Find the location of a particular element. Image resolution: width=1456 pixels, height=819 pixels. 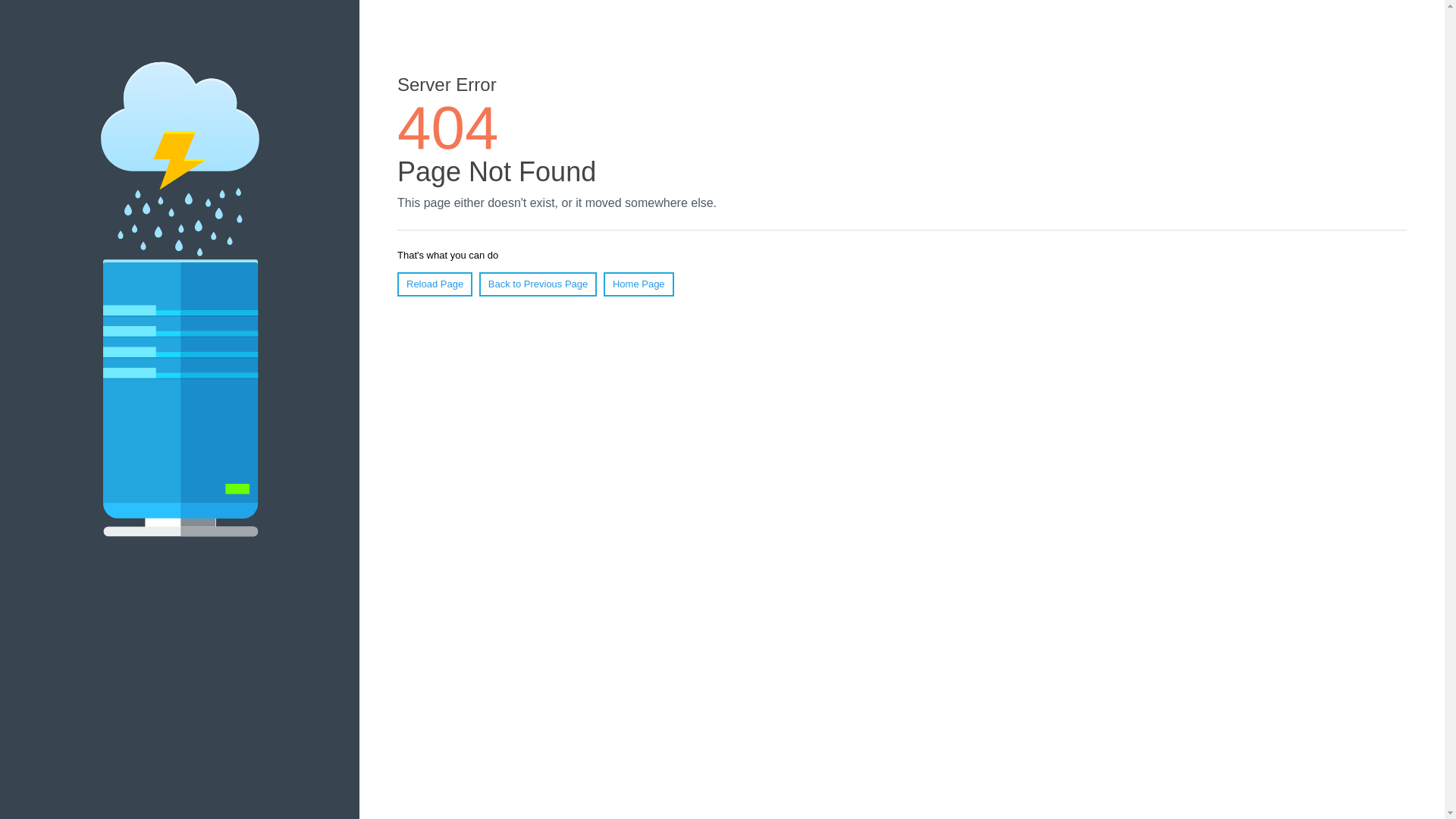

'Home Page' is located at coordinates (639, 284).